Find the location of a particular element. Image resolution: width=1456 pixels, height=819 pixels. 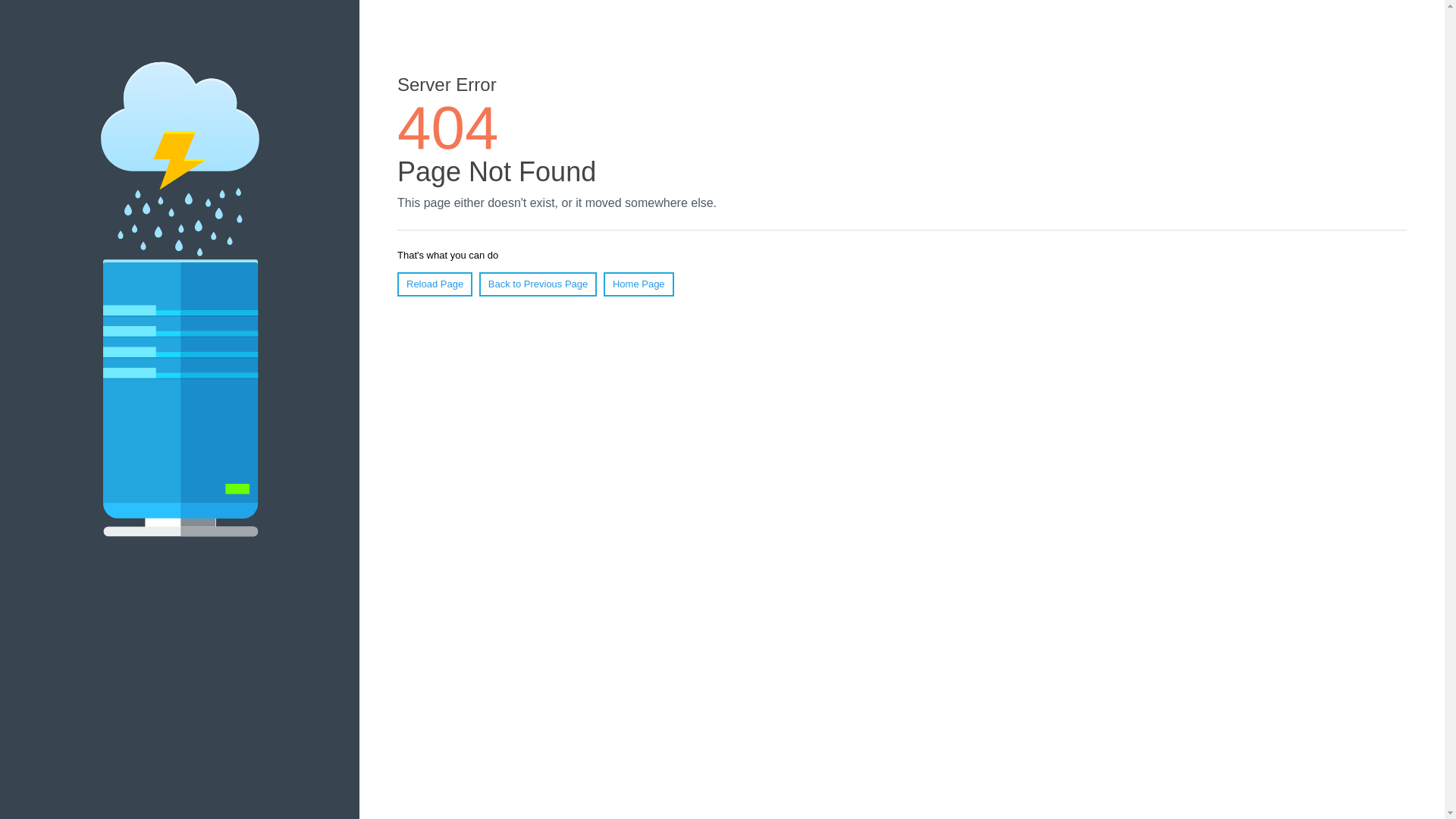

'Home Page' is located at coordinates (639, 284).